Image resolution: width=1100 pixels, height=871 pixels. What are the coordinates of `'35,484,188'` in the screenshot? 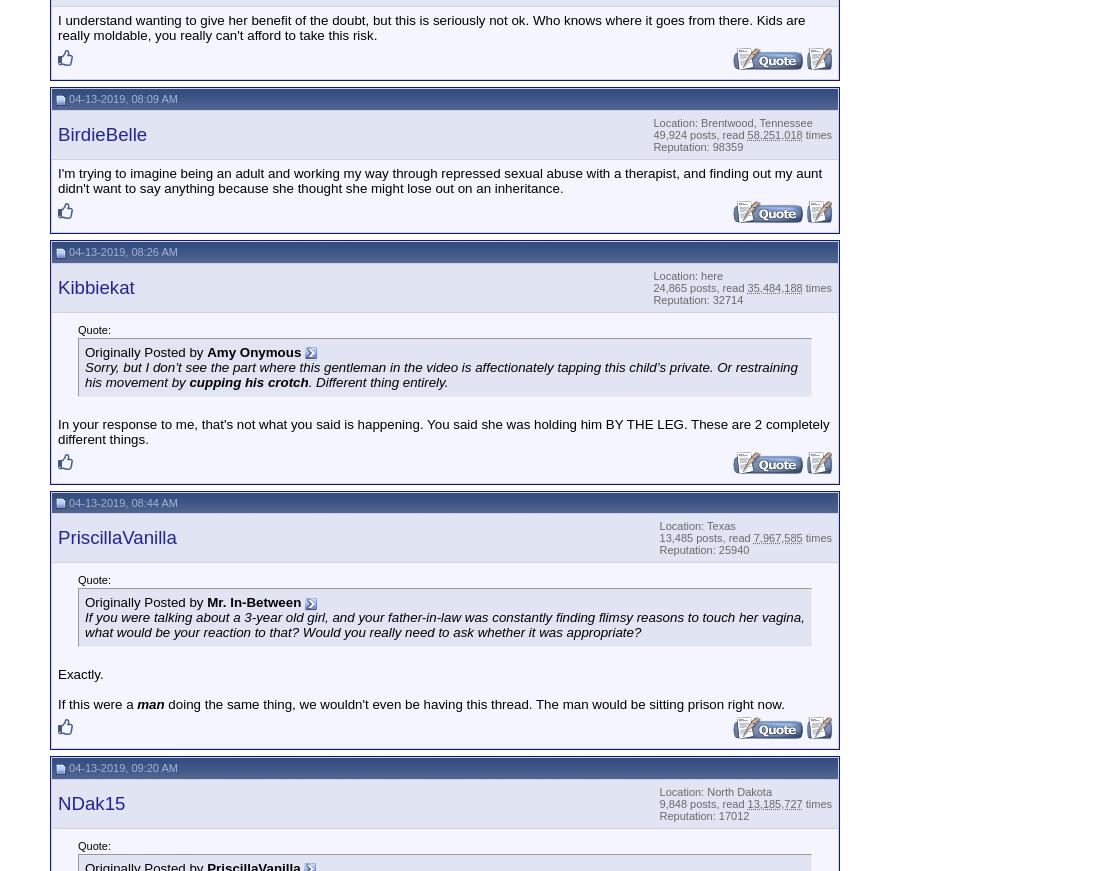 It's located at (774, 286).